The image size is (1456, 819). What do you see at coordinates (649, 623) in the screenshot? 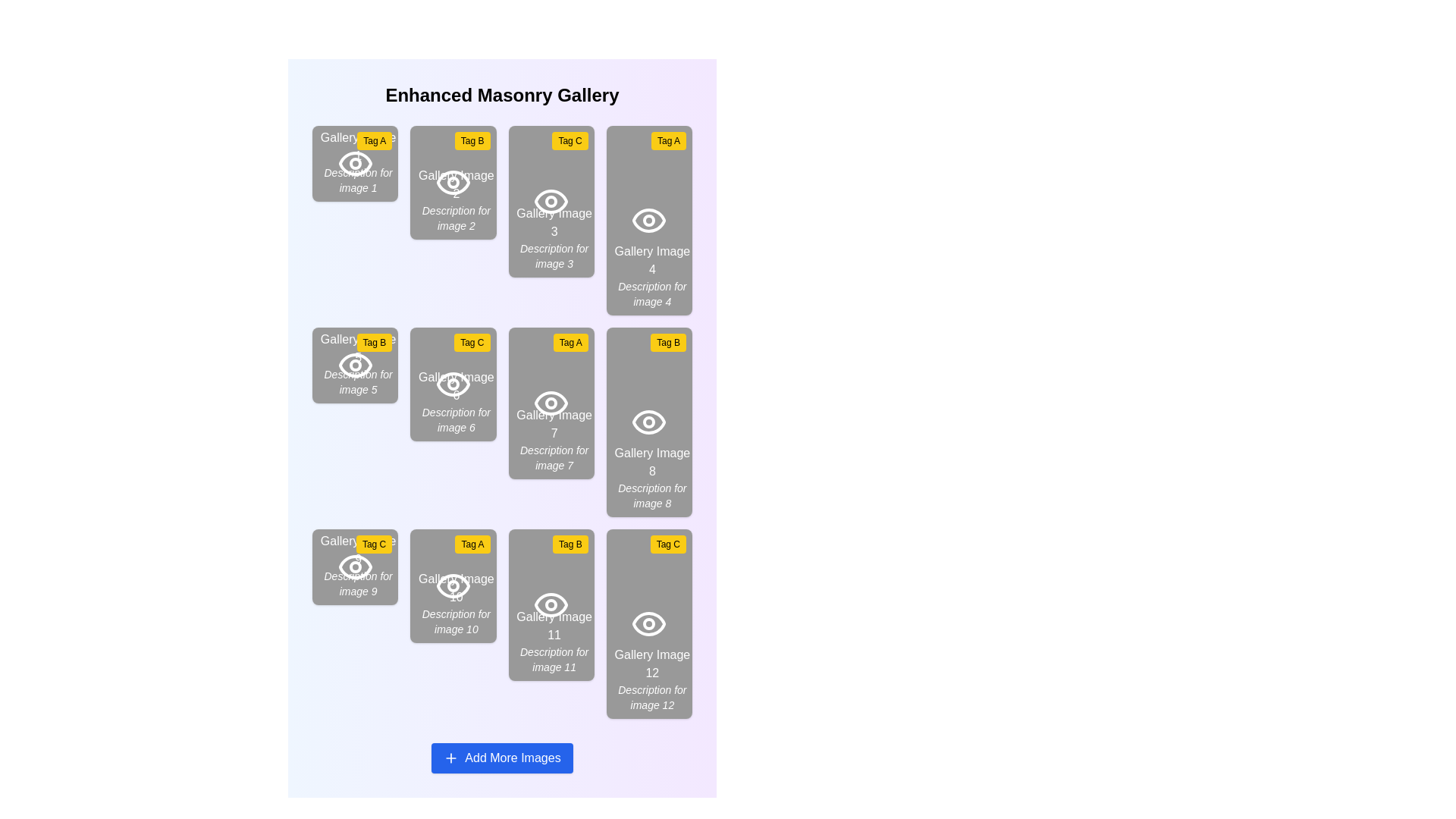
I see `the circular SVG element resembling an eye within the tile labeled 'Gallery Image 12', which includes a yellow tag labeled 'Tag C'` at bounding box center [649, 623].